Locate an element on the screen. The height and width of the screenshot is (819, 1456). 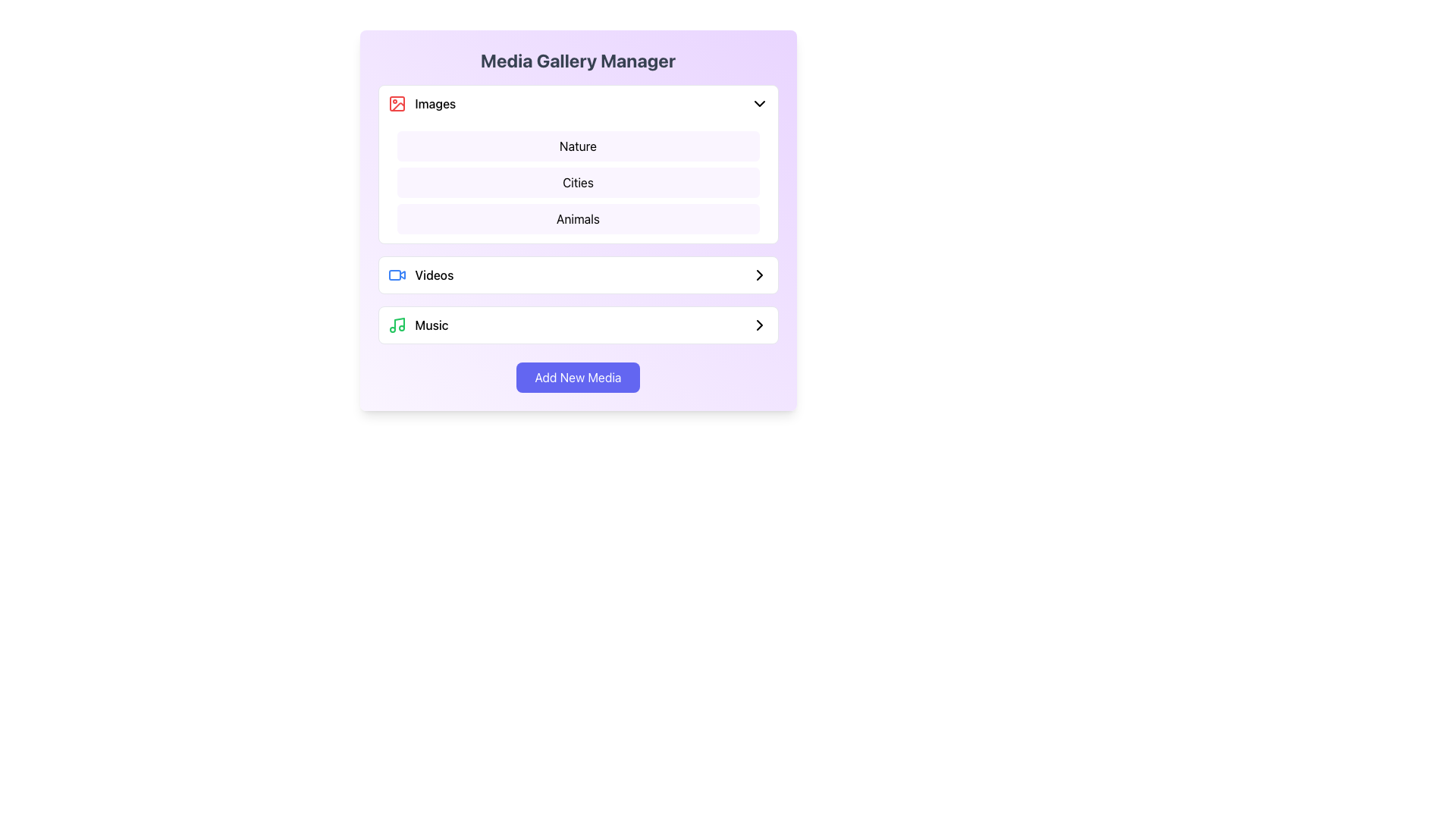
the Text label indicating the section pertains to images in the Media Gallery Manager panel is located at coordinates (435, 103).